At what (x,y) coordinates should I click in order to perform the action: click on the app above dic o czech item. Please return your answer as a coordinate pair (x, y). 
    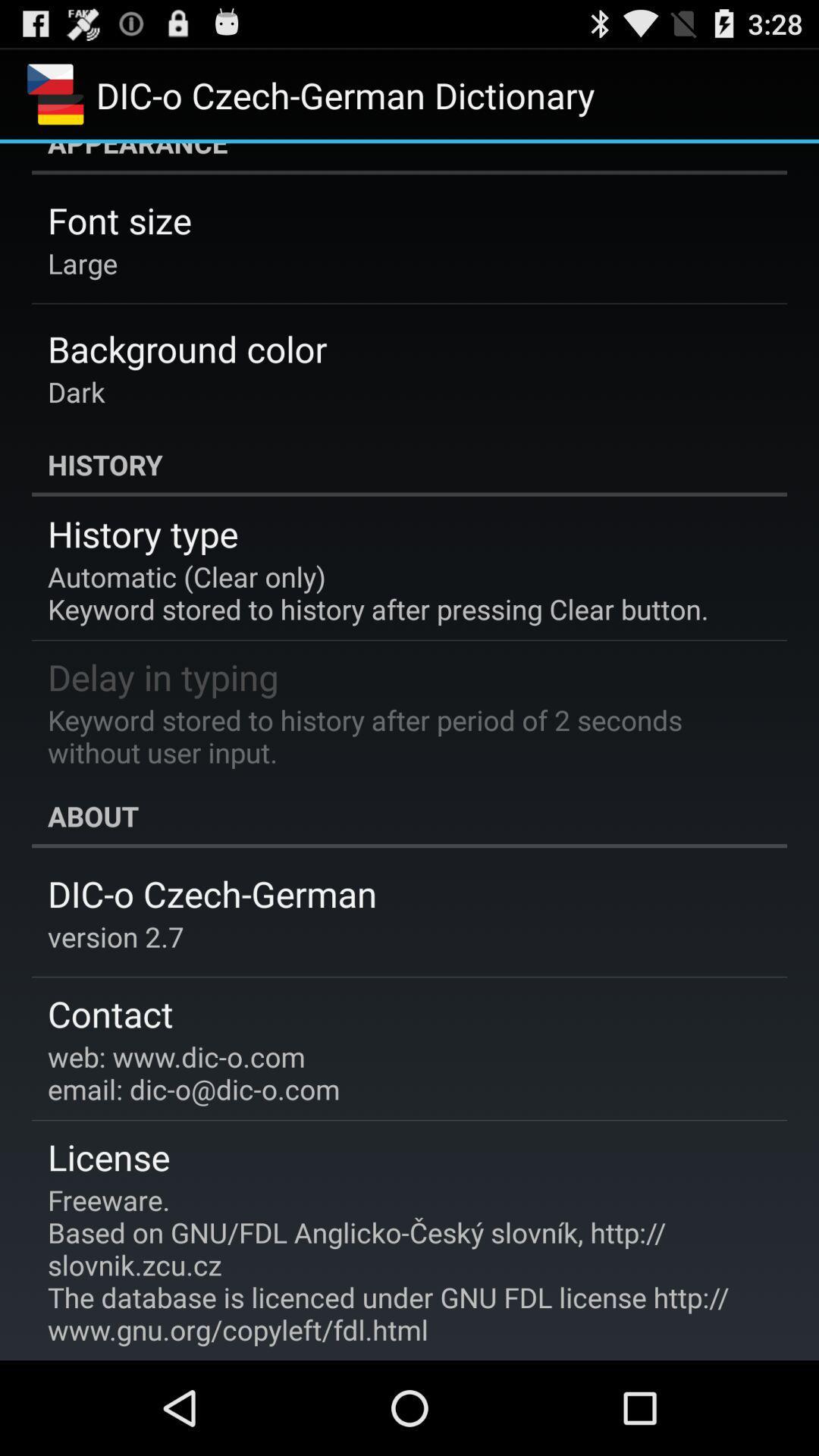
    Looking at the image, I should click on (409, 815).